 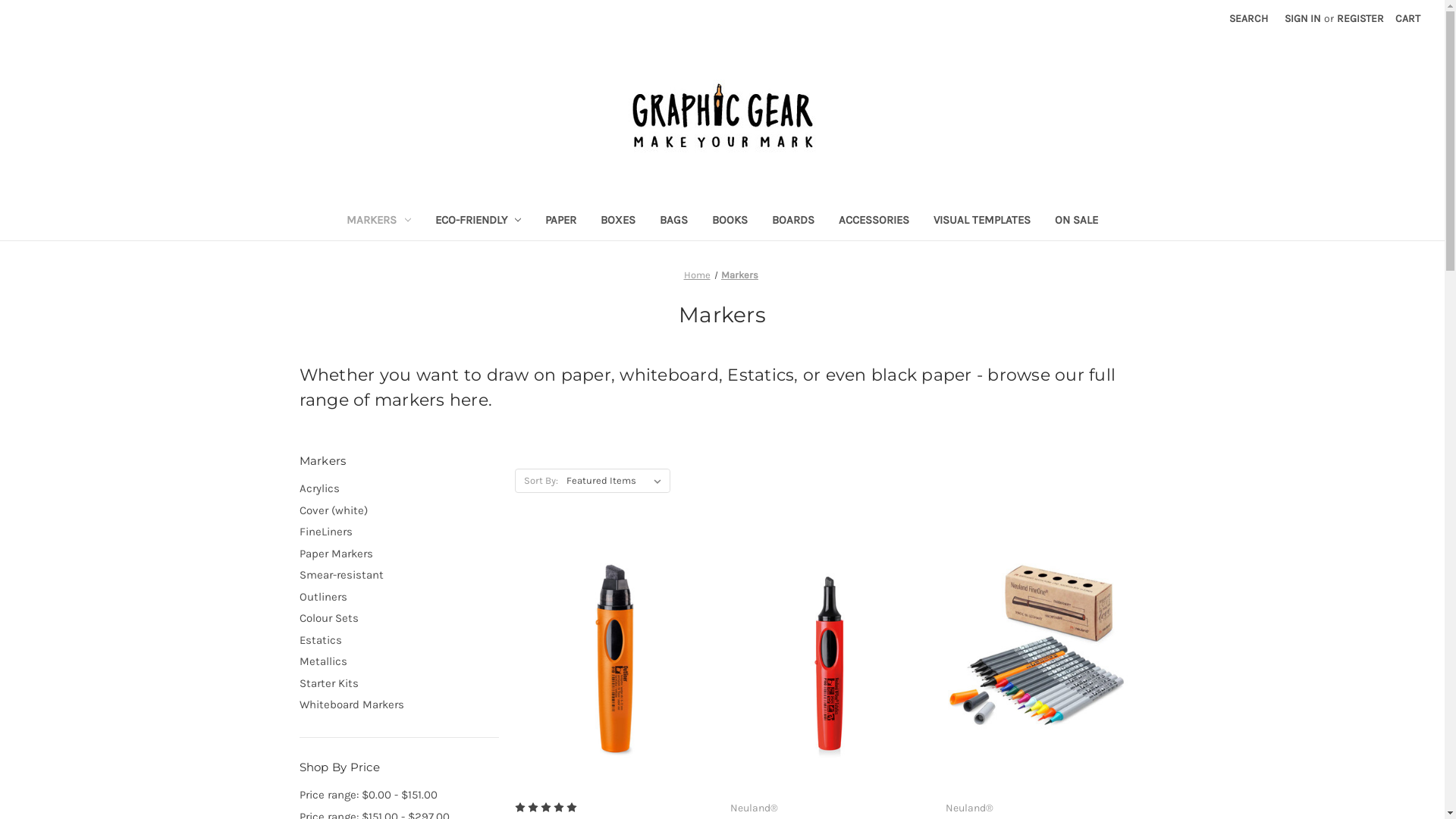 What do you see at coordinates (730, 221) in the screenshot?
I see `'BOOKS'` at bounding box center [730, 221].